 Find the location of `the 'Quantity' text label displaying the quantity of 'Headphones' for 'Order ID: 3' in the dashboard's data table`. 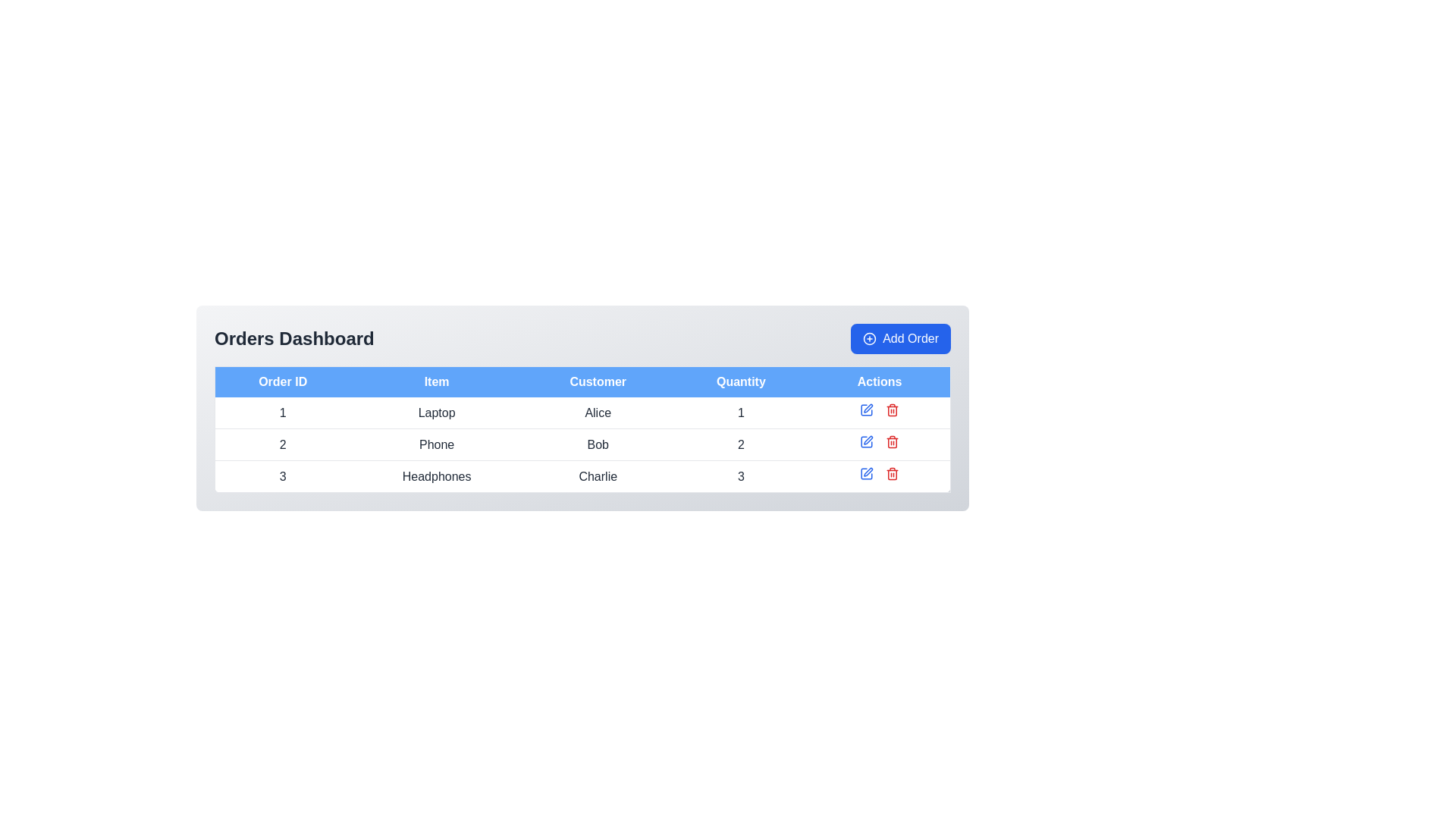

the 'Quantity' text label displaying the quantity of 'Headphones' for 'Order ID: 3' in the dashboard's data table is located at coordinates (741, 475).